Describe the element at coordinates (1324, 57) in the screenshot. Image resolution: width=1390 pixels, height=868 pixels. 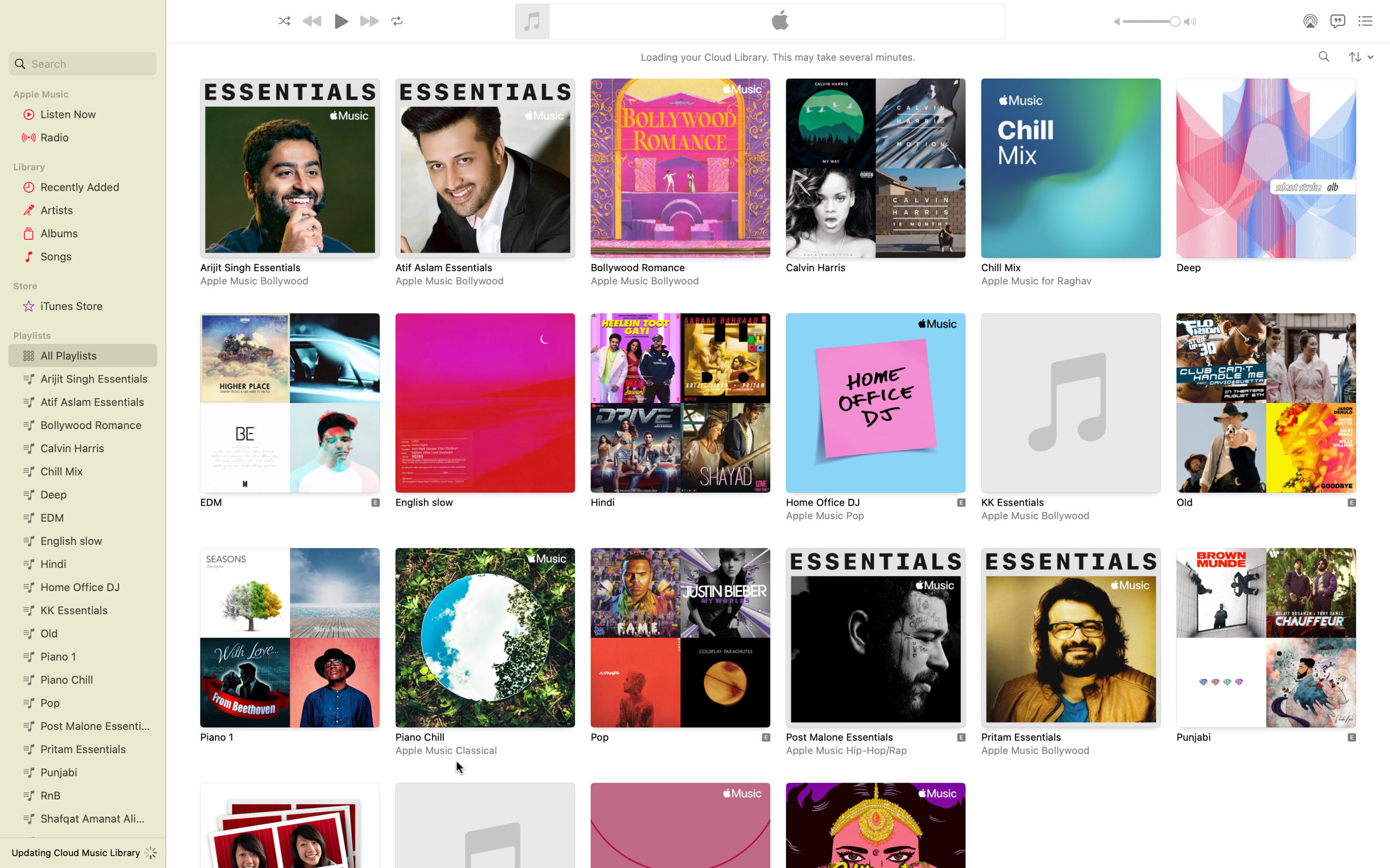
I see `music by the singer "Adele` at that location.